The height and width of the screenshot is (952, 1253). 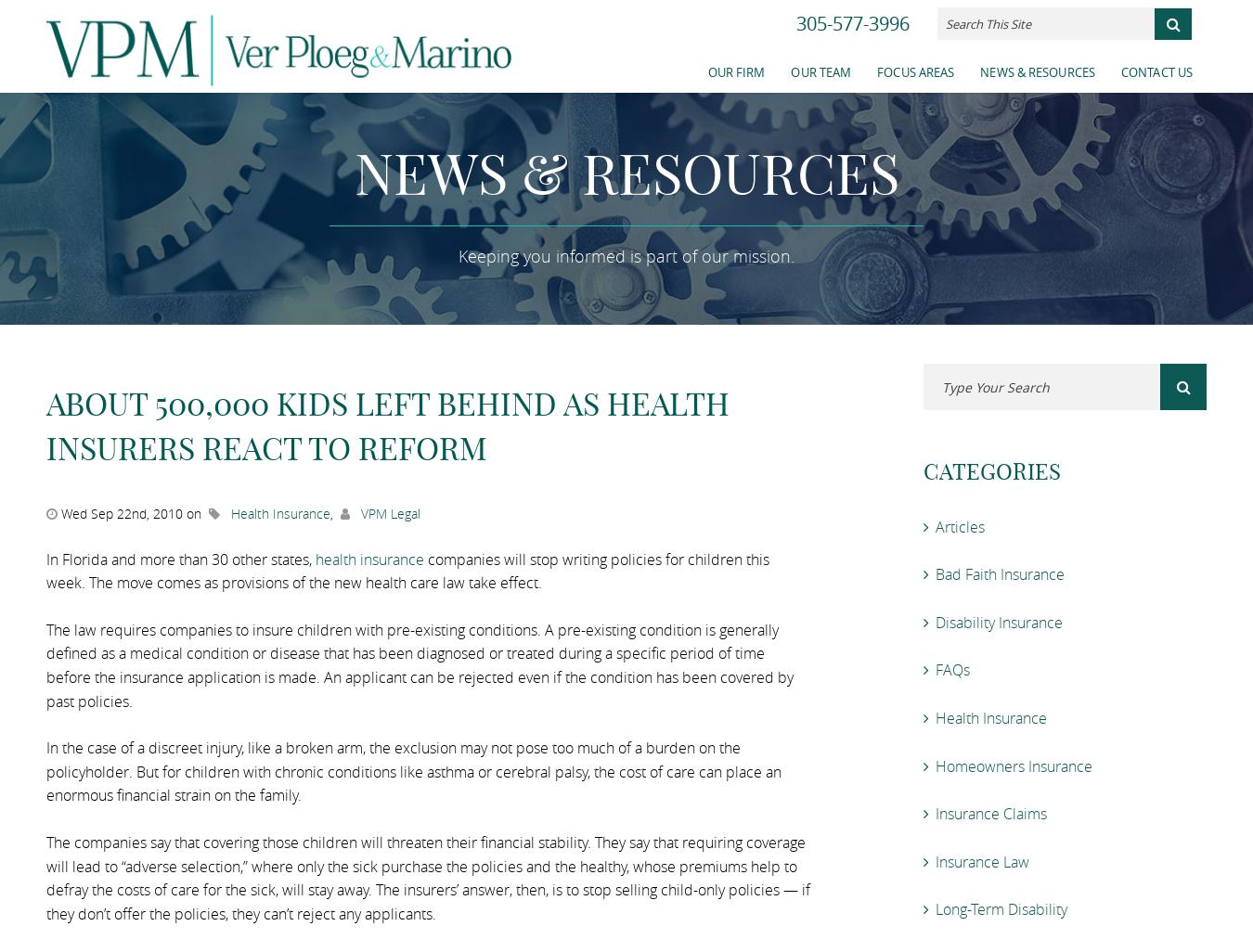 What do you see at coordinates (387, 426) in the screenshot?
I see `'About 500,000 Kids Left Behind as Health Insurers React to Reform'` at bounding box center [387, 426].